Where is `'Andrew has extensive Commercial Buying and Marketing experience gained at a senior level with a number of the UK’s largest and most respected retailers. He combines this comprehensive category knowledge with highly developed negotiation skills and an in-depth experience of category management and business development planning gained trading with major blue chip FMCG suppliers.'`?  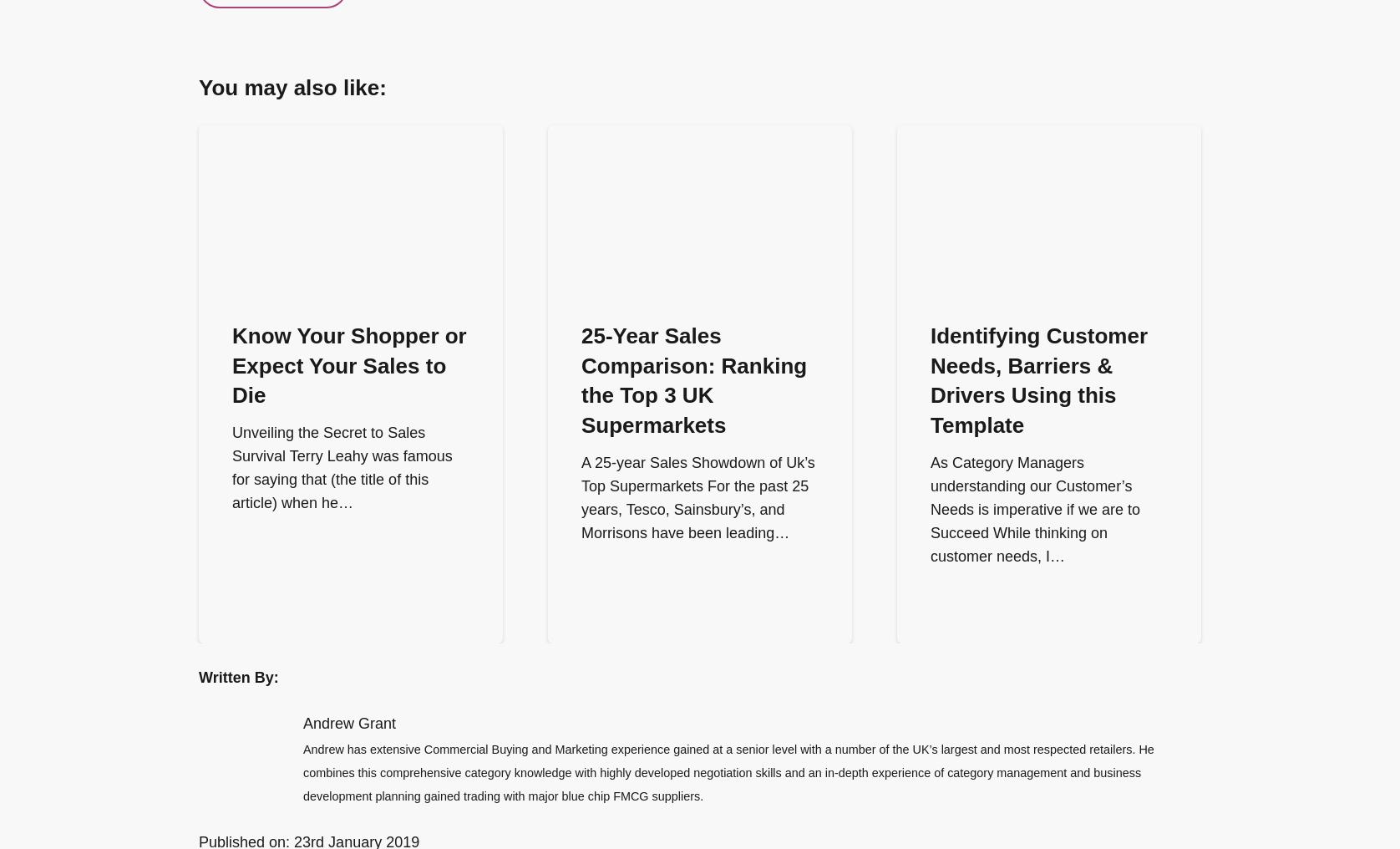
'Andrew has extensive Commercial Buying and Marketing experience gained at a senior level with a number of the UK’s largest and most respected retailers. He combines this comprehensive category knowledge with highly developed negotiation skills and an in-depth experience of category management and business development planning gained trading with major blue chip FMCG suppliers.' is located at coordinates (728, 770).